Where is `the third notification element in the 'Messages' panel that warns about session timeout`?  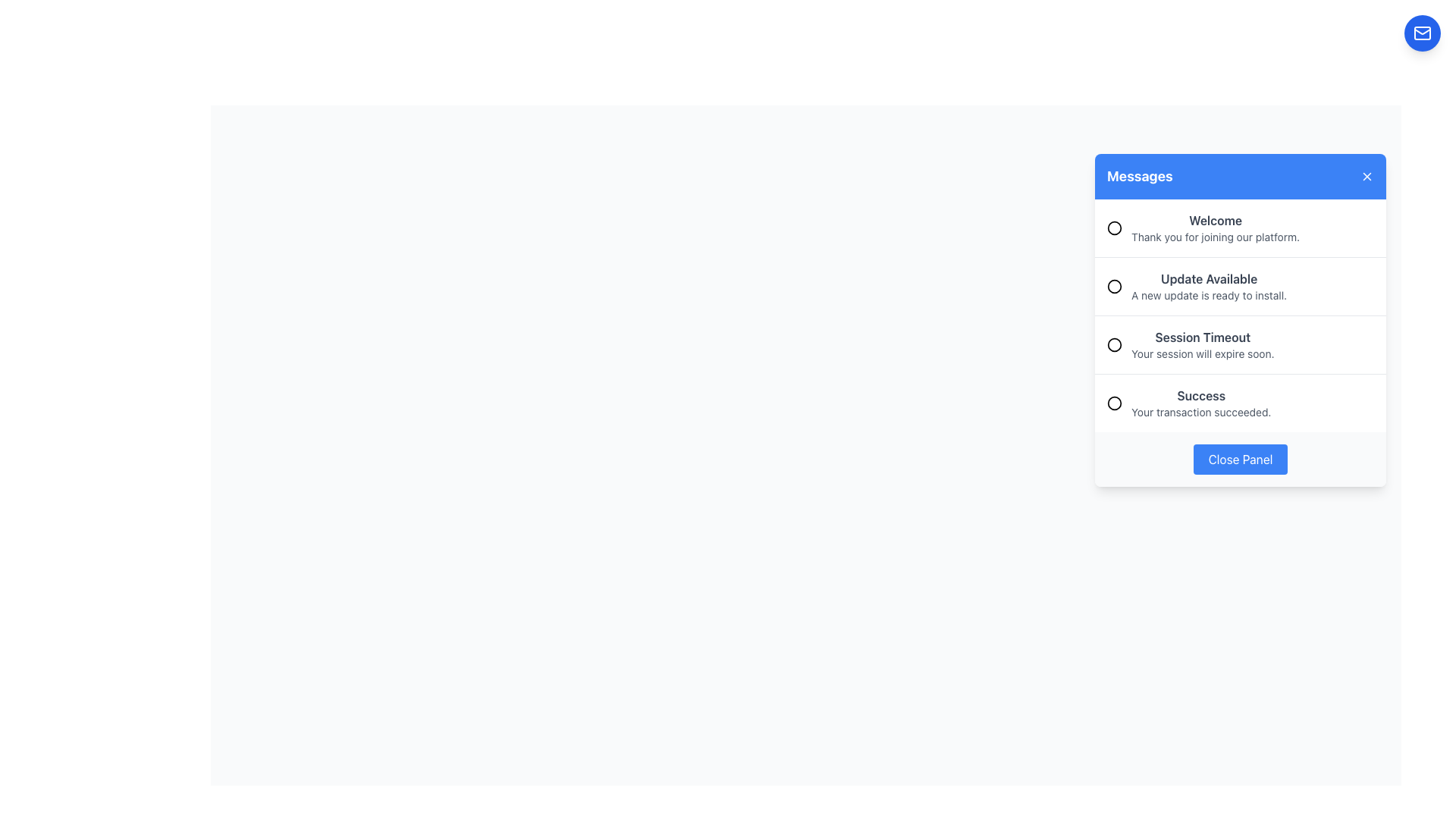 the third notification element in the 'Messages' panel that warns about session timeout is located at coordinates (1241, 344).